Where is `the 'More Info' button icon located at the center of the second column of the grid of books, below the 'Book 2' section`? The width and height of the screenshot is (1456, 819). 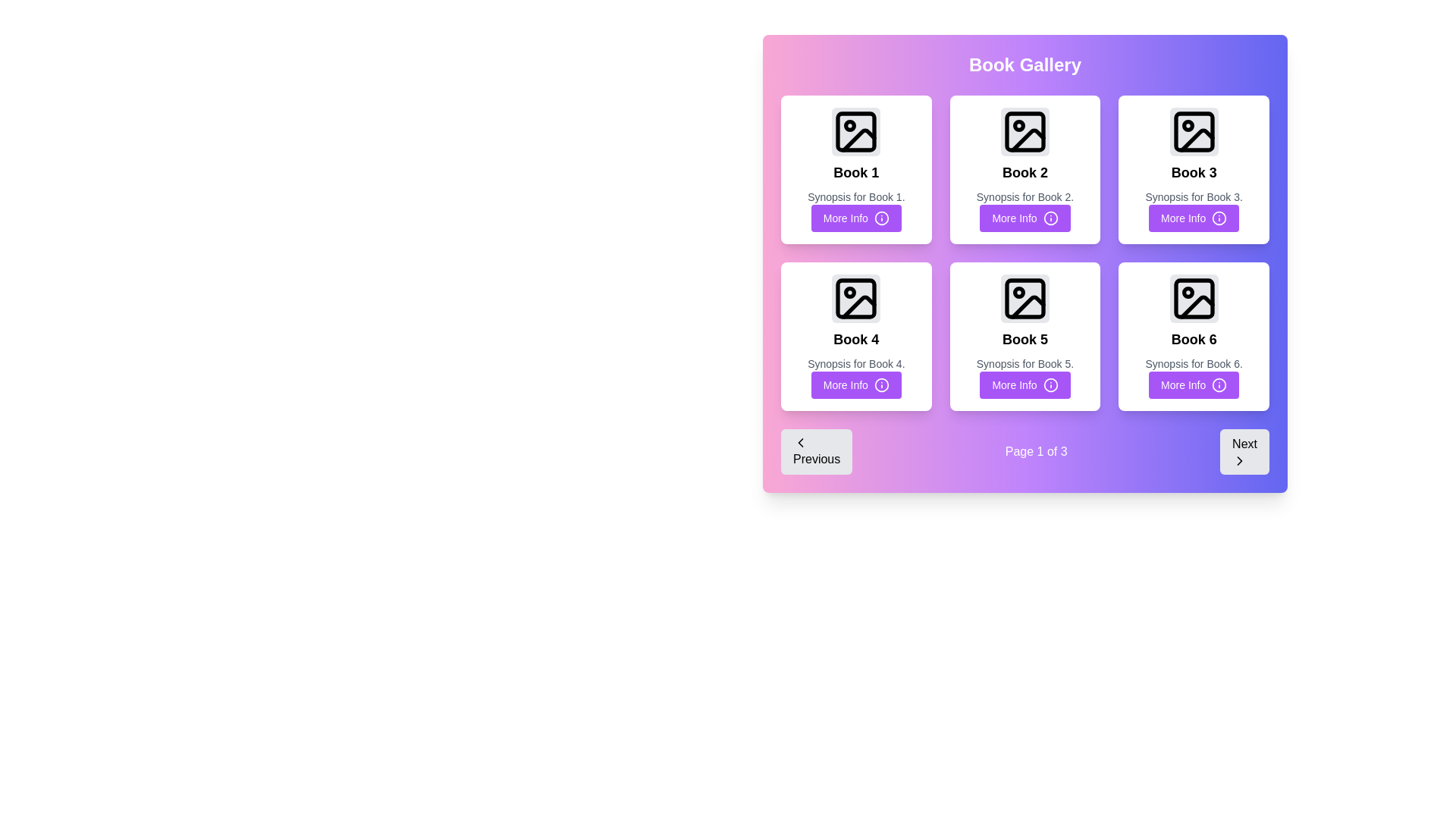 the 'More Info' button icon located at the center of the second column of the grid of books, below the 'Book 2' section is located at coordinates (1050, 218).